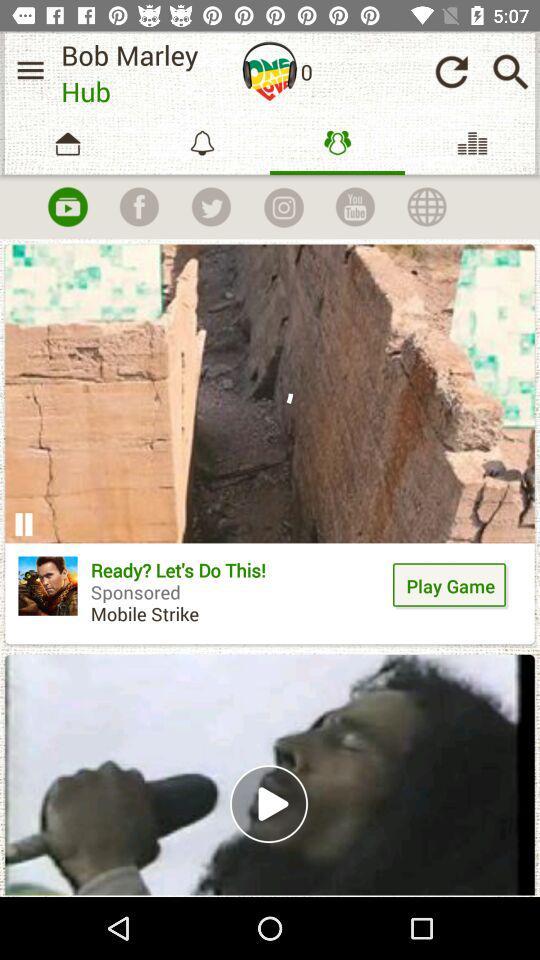 This screenshot has width=540, height=960. What do you see at coordinates (238, 599) in the screenshot?
I see `the ready let s` at bounding box center [238, 599].